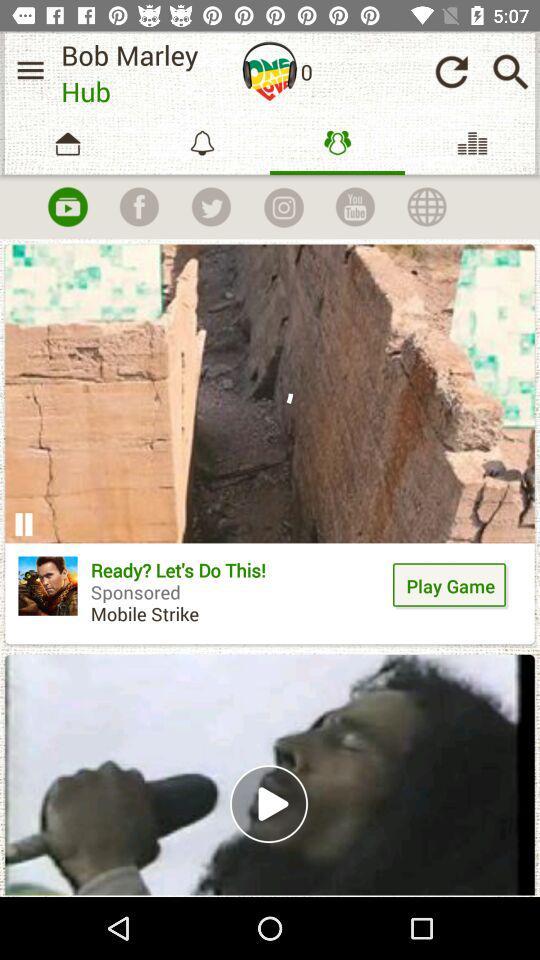 This screenshot has width=540, height=960. What do you see at coordinates (238, 599) in the screenshot?
I see `the ready let s` at bounding box center [238, 599].